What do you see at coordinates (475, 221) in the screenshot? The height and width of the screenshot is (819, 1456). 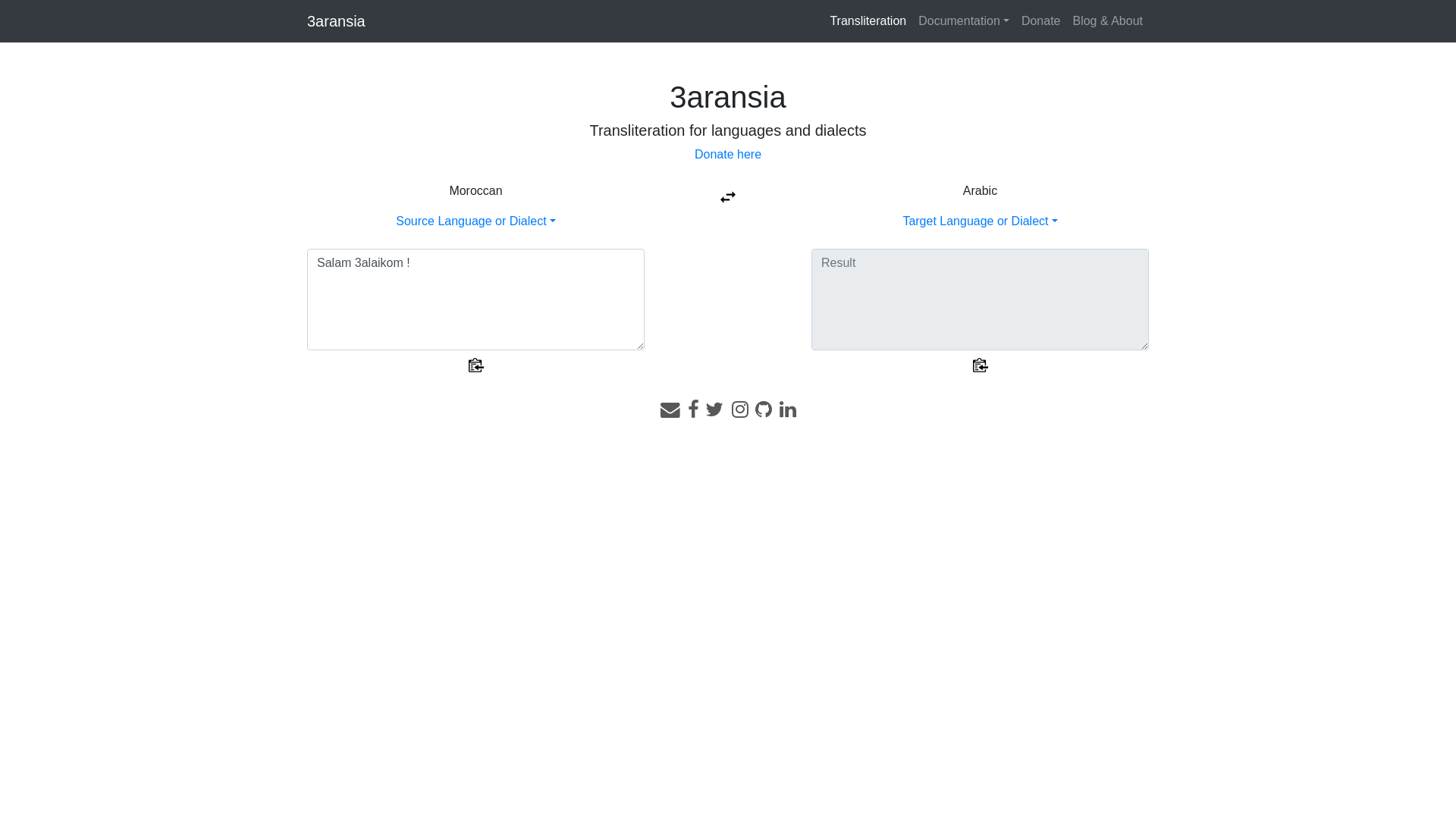 I see `'Source Language or Dialect'` at bounding box center [475, 221].